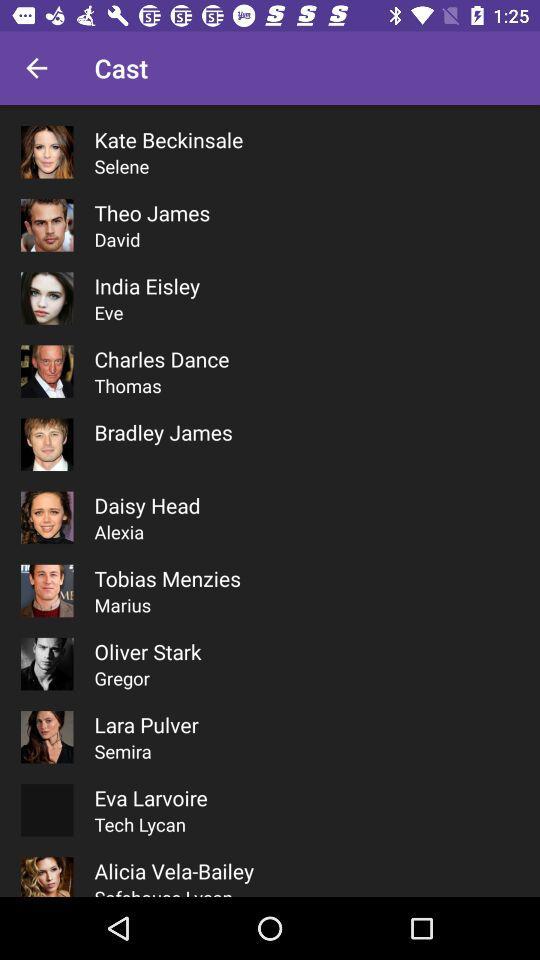 This screenshot has width=540, height=960. I want to click on tech lycan item, so click(139, 824).